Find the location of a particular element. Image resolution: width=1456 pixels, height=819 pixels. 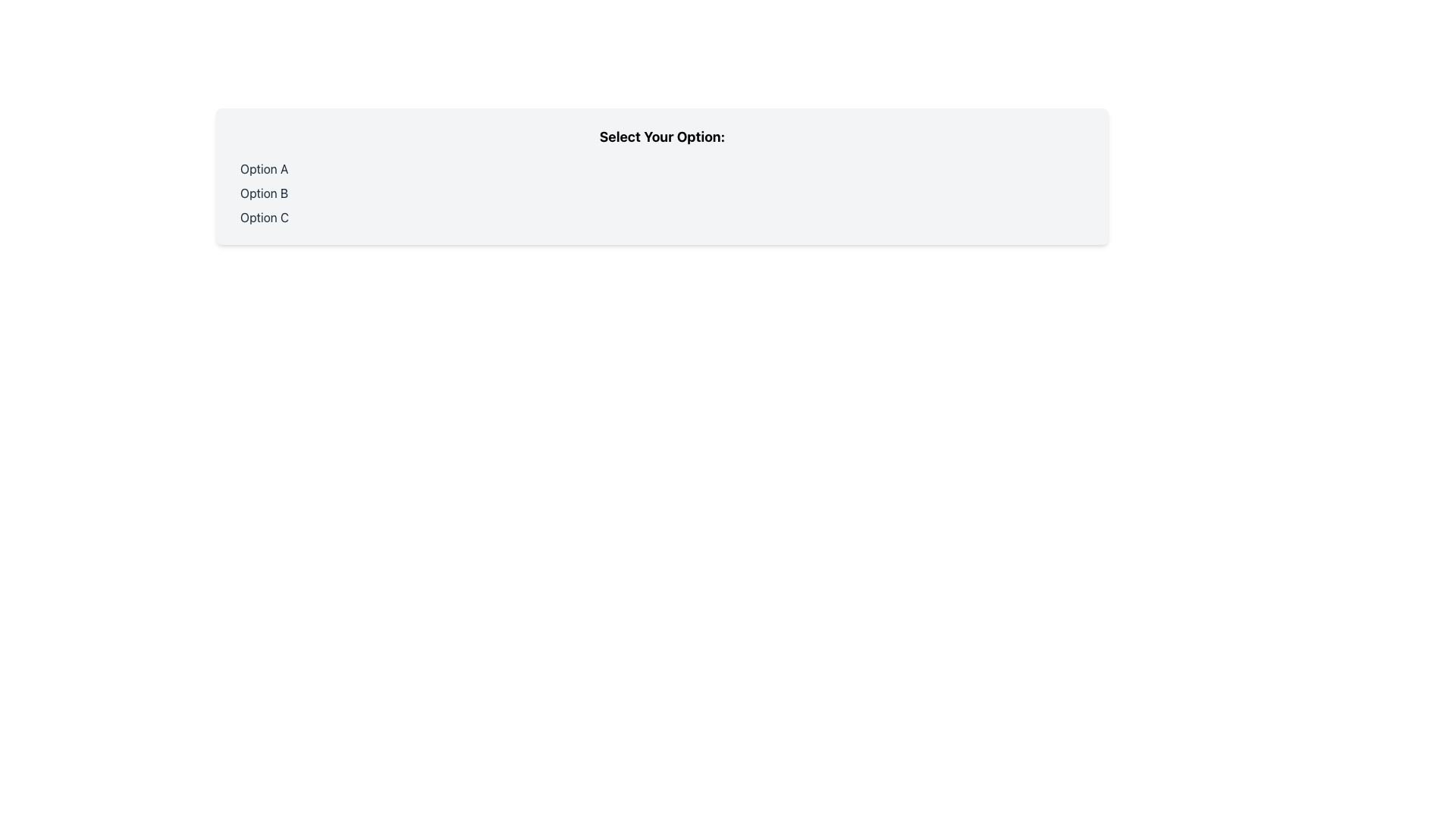

the text label displaying 'Option A', which is the first option in a vertical list of options aligned to the left is located at coordinates (264, 169).